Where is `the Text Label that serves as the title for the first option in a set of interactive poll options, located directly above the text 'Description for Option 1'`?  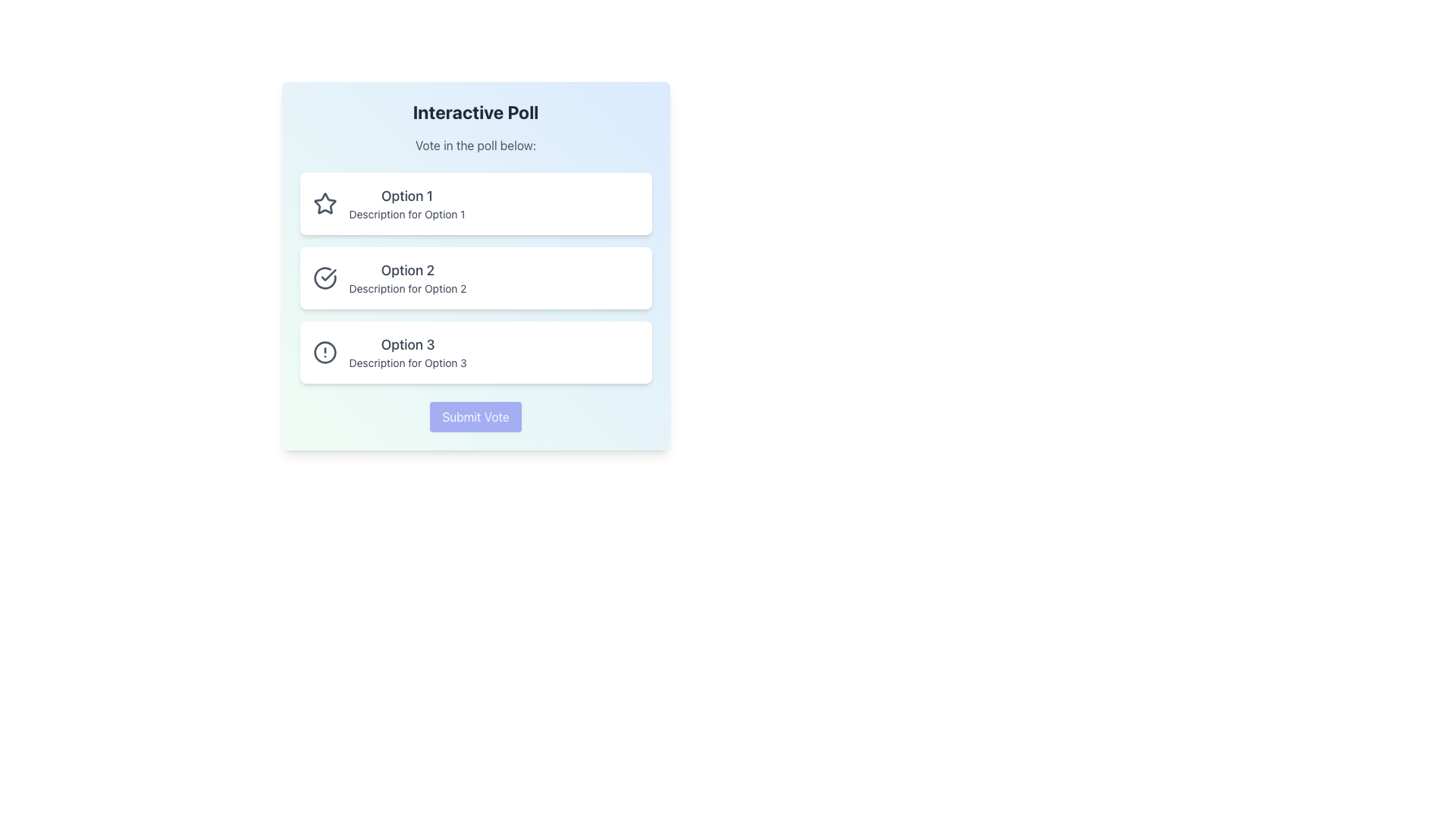
the Text Label that serves as the title for the first option in a set of interactive poll options, located directly above the text 'Description for Option 1' is located at coordinates (407, 195).